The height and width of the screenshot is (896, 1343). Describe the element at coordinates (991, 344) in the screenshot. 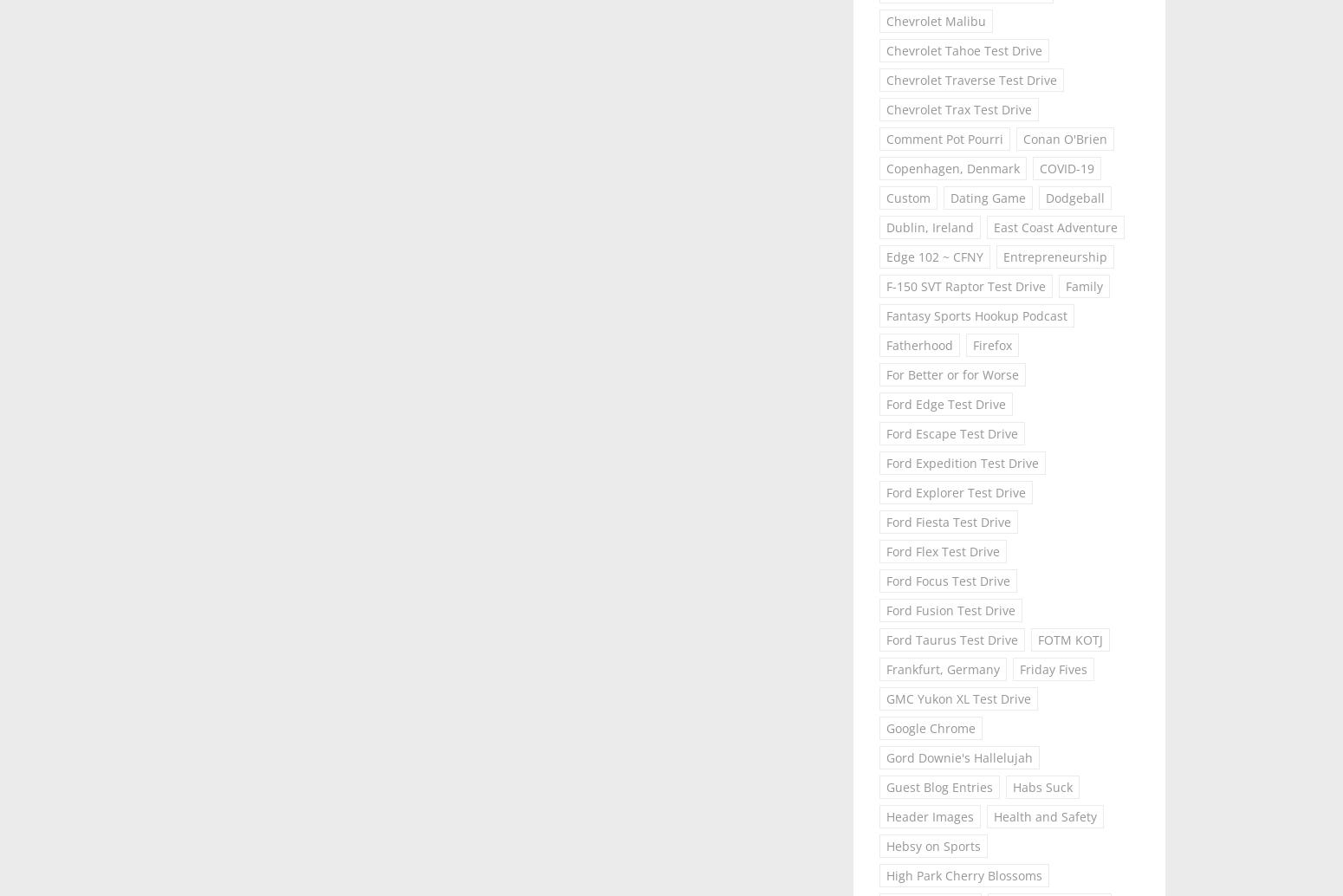

I see `'Firefox'` at that location.